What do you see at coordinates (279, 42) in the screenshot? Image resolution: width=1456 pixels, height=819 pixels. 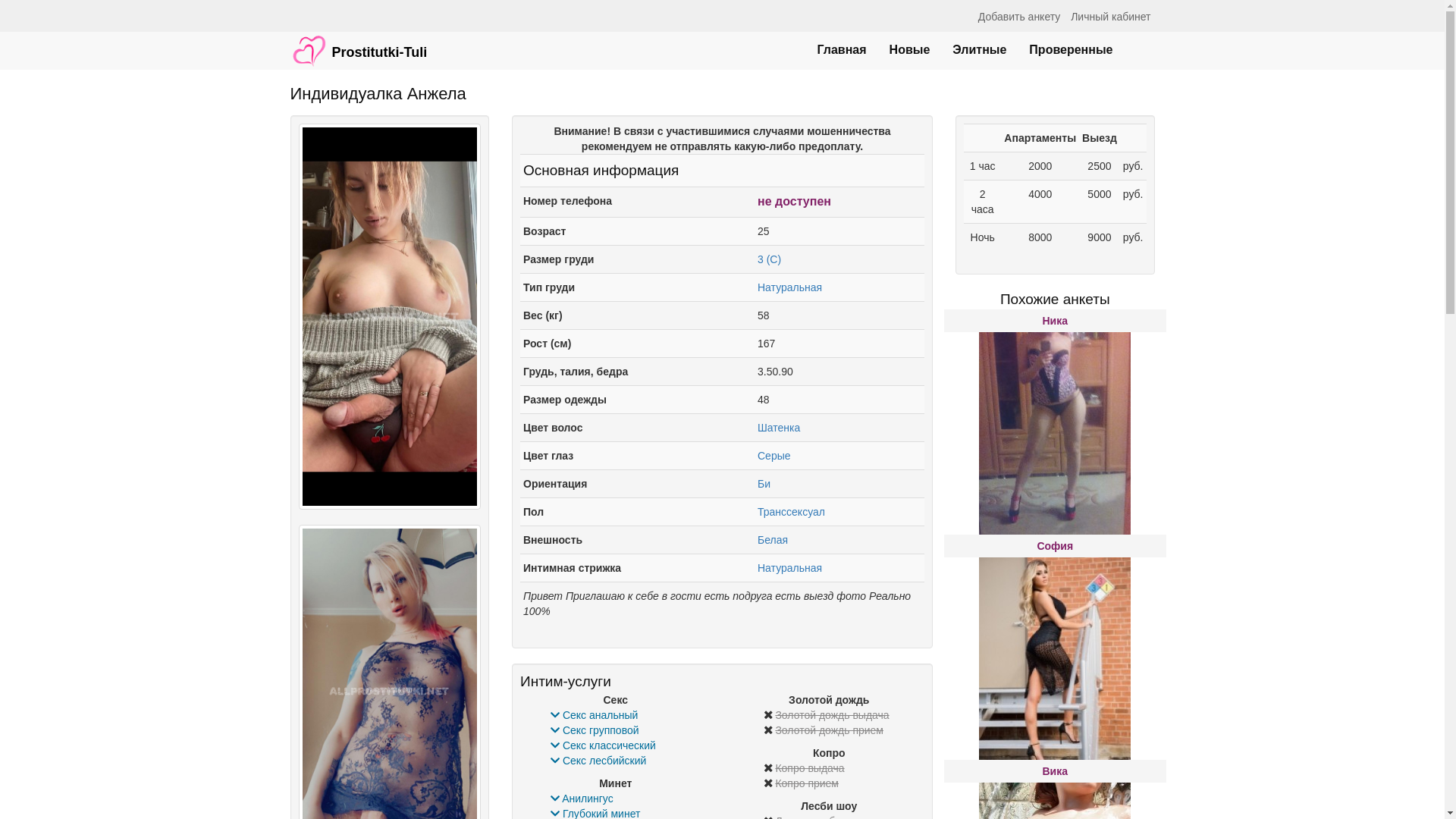 I see `'Prostitutki-Tuli'` at bounding box center [279, 42].